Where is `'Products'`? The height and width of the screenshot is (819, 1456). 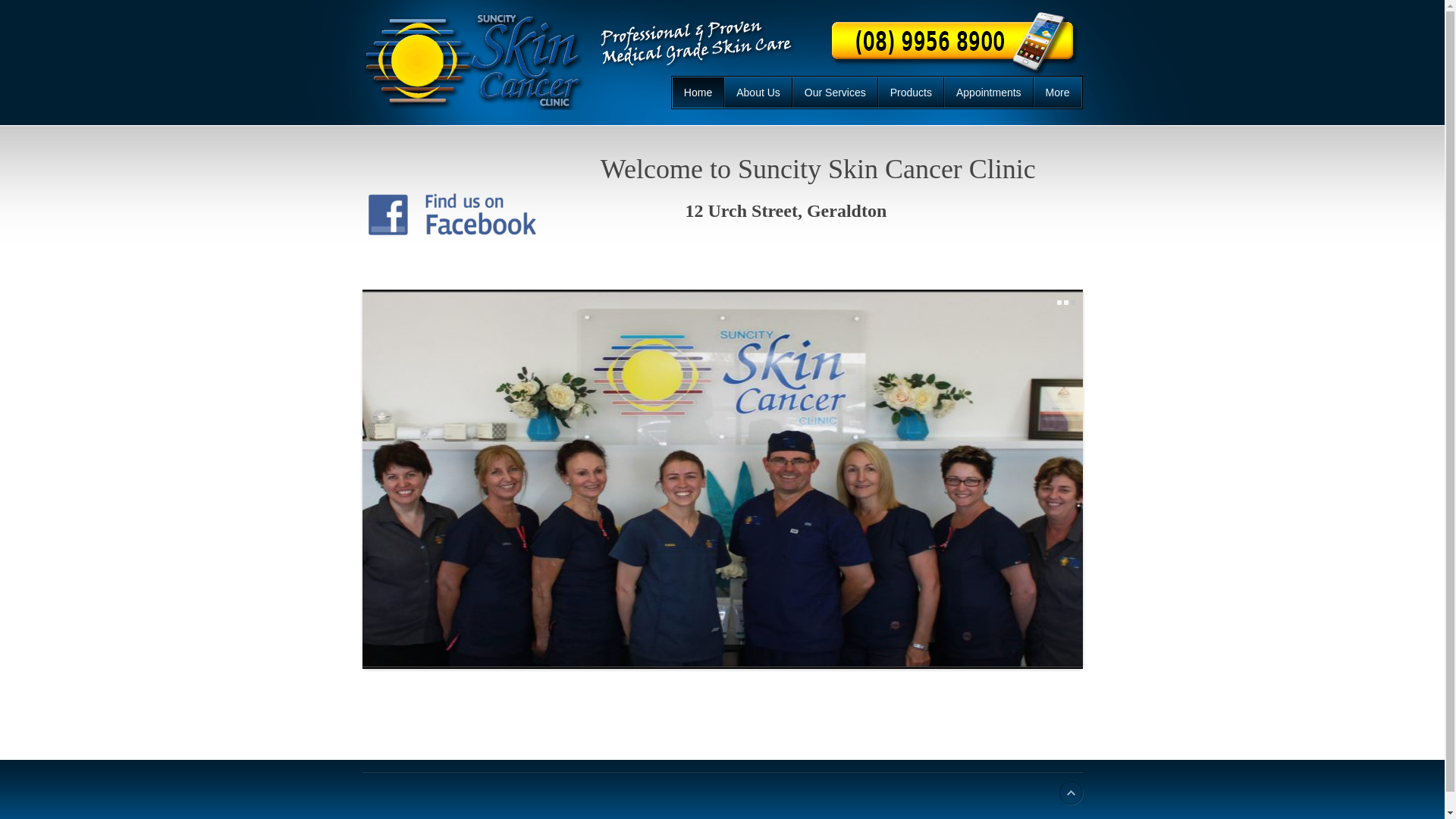 'Products' is located at coordinates (877, 93).